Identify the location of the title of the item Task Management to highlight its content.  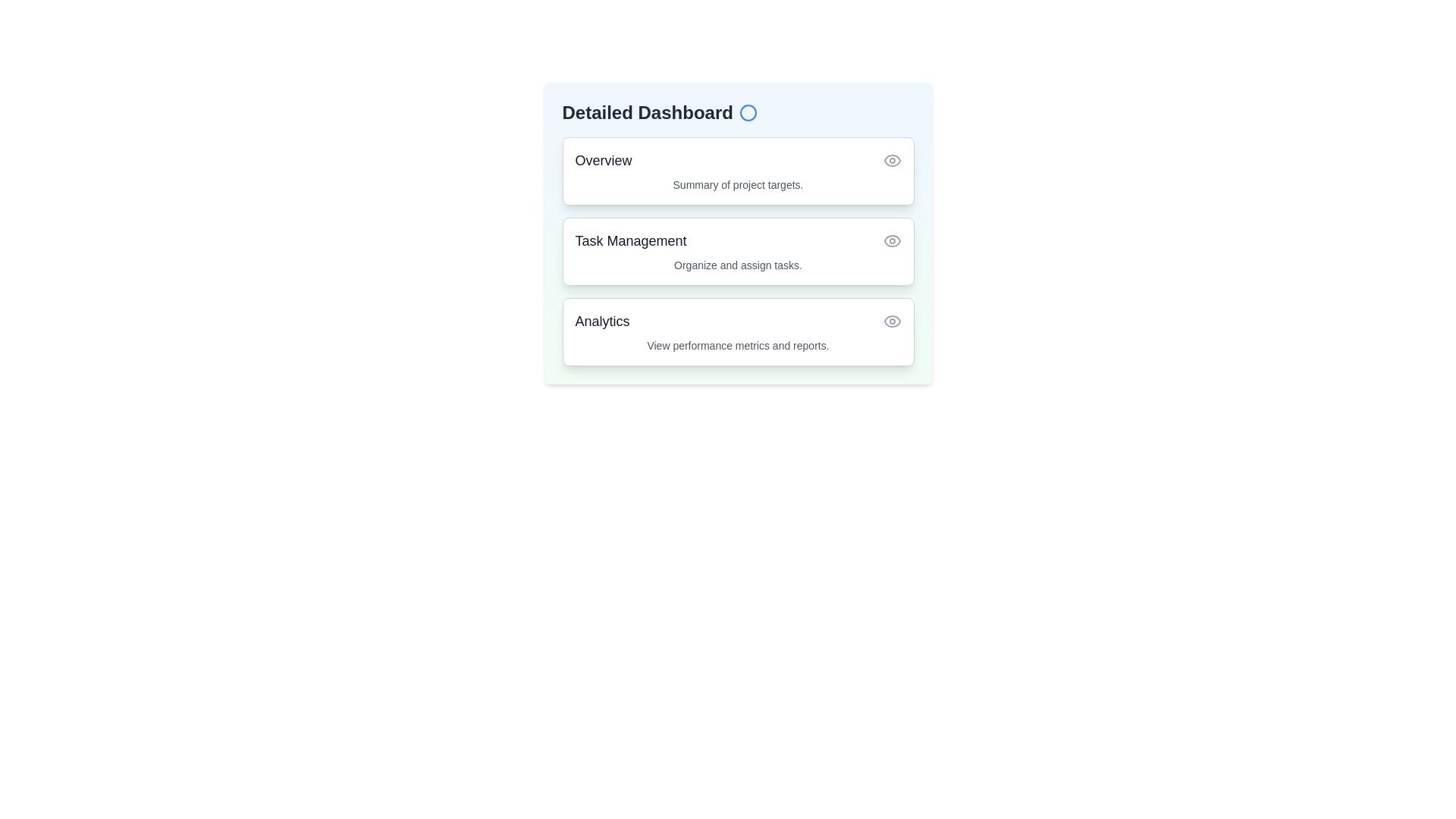
(630, 240).